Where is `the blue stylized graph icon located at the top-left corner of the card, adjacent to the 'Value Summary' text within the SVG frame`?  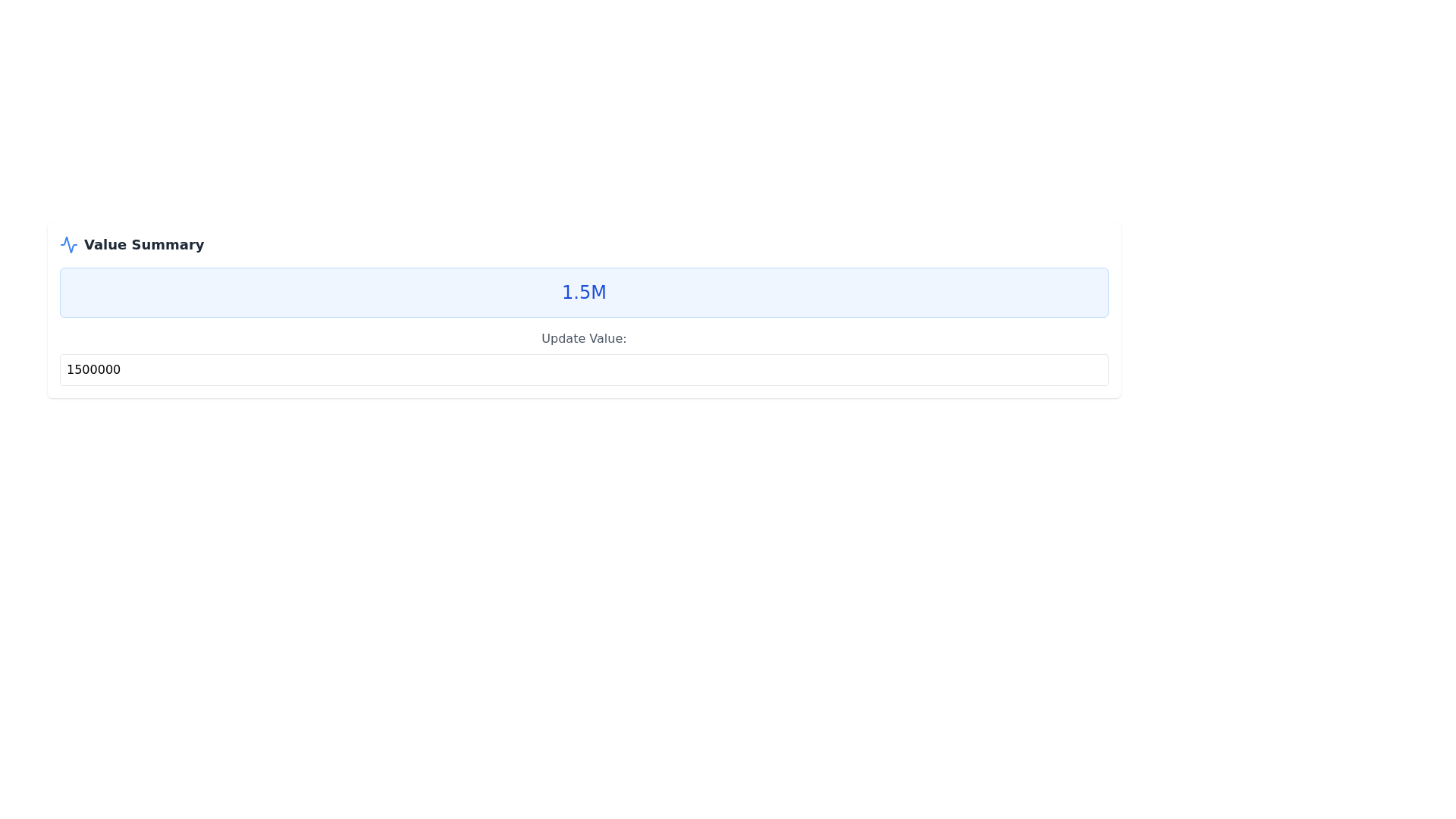 the blue stylized graph icon located at the top-left corner of the card, adjacent to the 'Value Summary' text within the SVG frame is located at coordinates (68, 244).